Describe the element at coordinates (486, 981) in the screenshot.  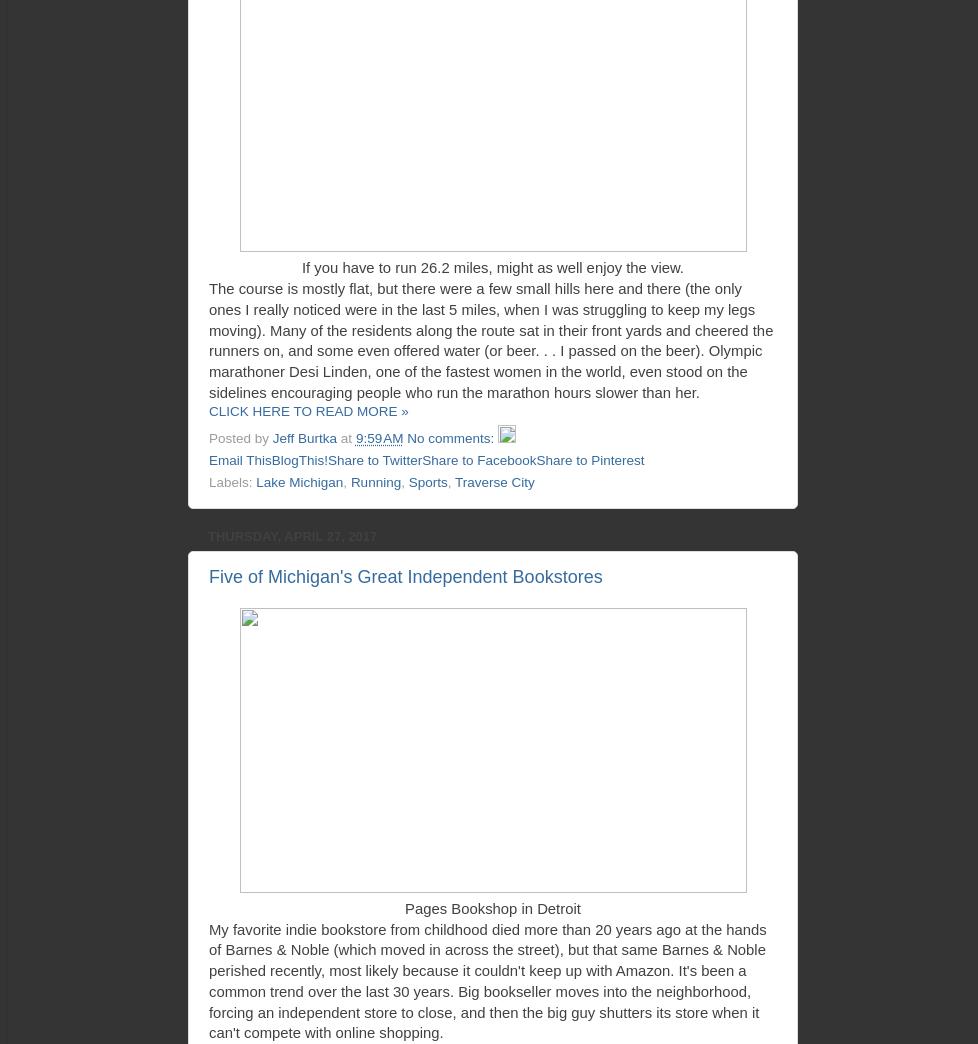
I see `'My favorite indie bookstore from childhood died more than 20 years ago at the hands of Barnes & Noble (which moved in across the street), but that same Barnes & Noble perished recently, most likely because it couldn't keep up with Amazon. It's been a common trend over the last 30 years. Big bookseller moves into the neighborhood, forcing an independent store to close, and then the big guy shutters its store when it can't compete with online shopping.'` at that location.